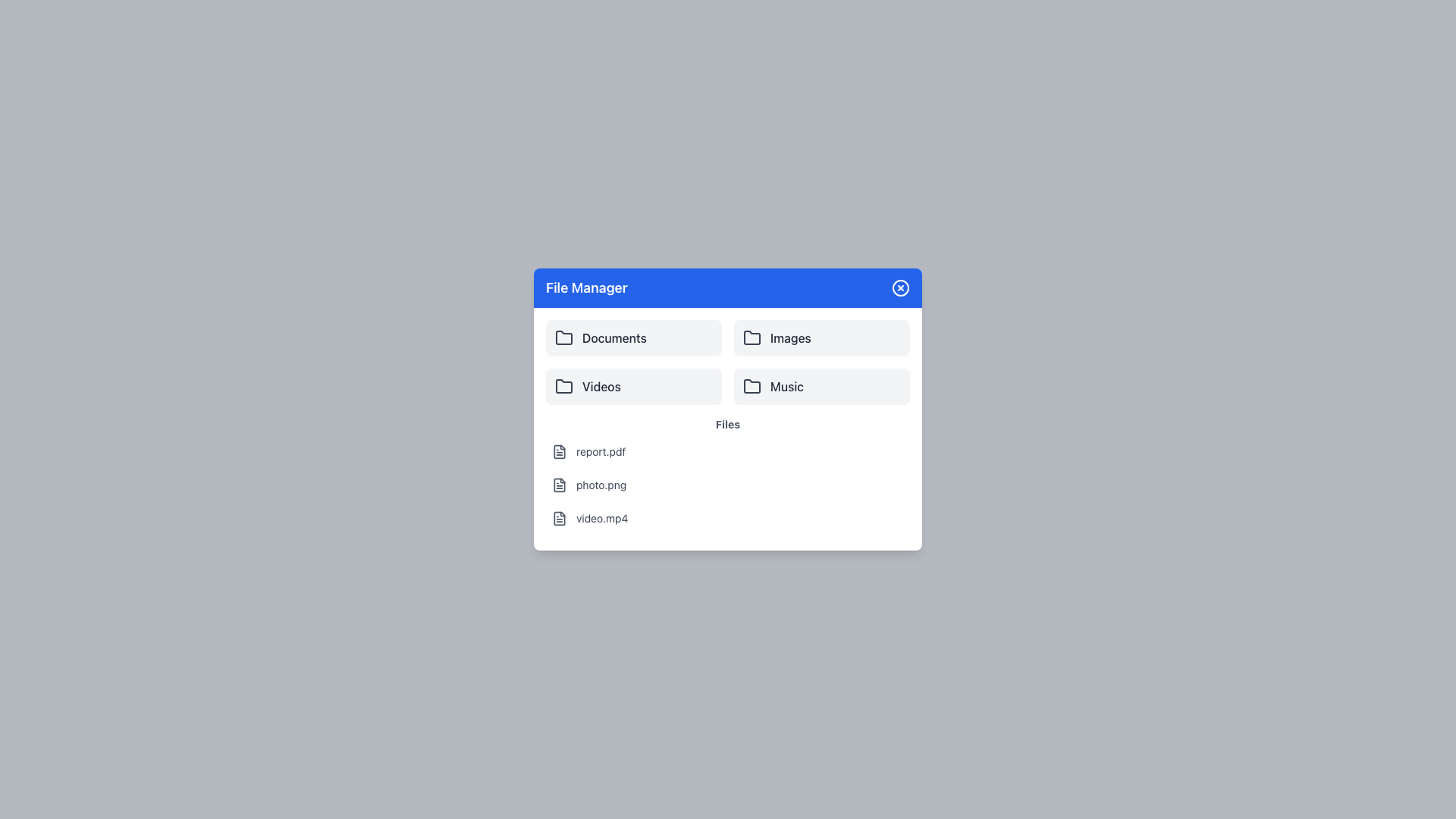 The width and height of the screenshot is (1456, 819). I want to click on label that identifies the folder containing music-related files, located at the bottom-right of a 2x2 grid, positioned to the right of an icon, so click(786, 385).